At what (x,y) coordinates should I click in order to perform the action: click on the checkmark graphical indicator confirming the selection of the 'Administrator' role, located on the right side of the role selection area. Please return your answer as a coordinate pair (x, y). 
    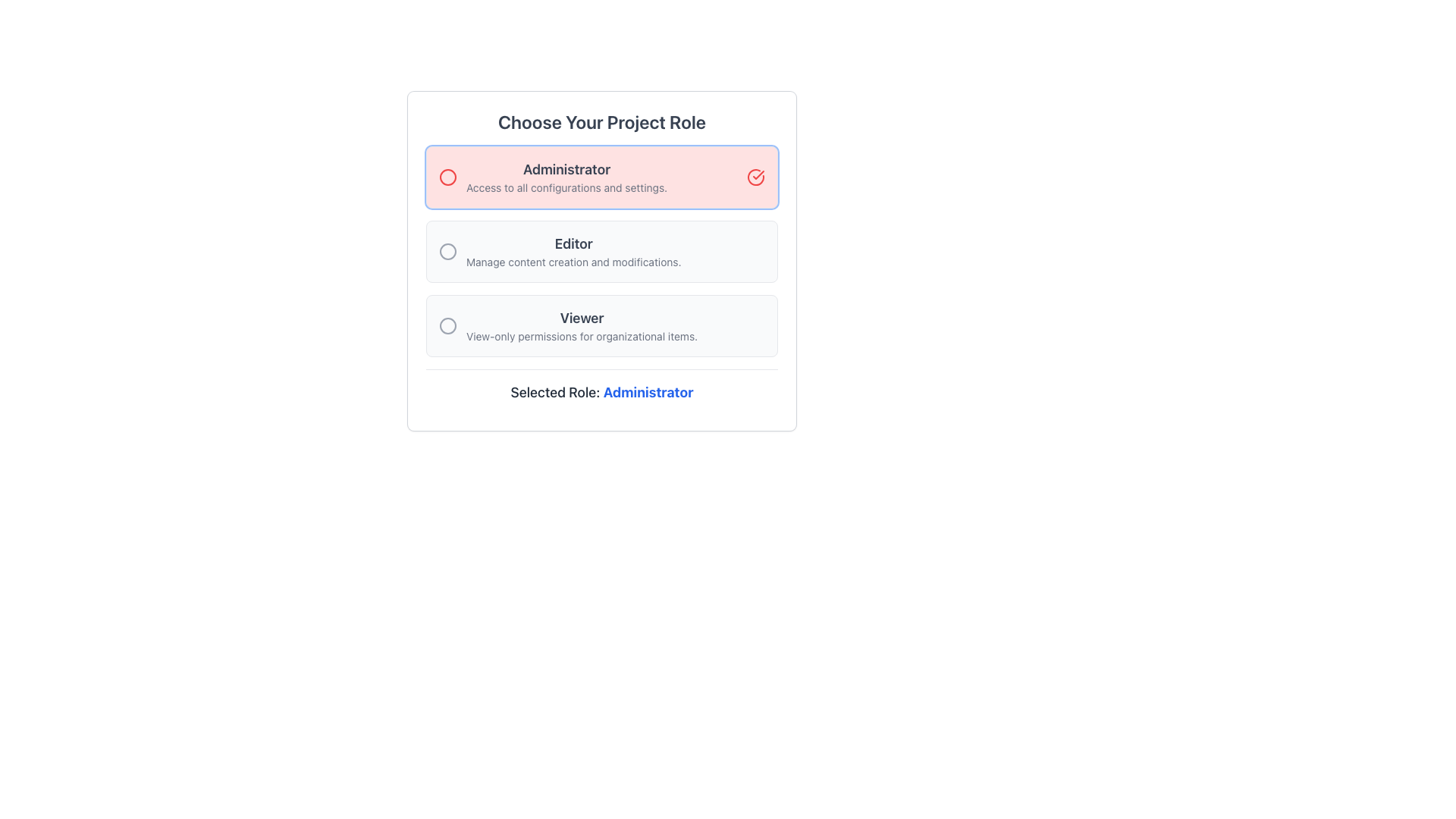
    Looking at the image, I should click on (758, 174).